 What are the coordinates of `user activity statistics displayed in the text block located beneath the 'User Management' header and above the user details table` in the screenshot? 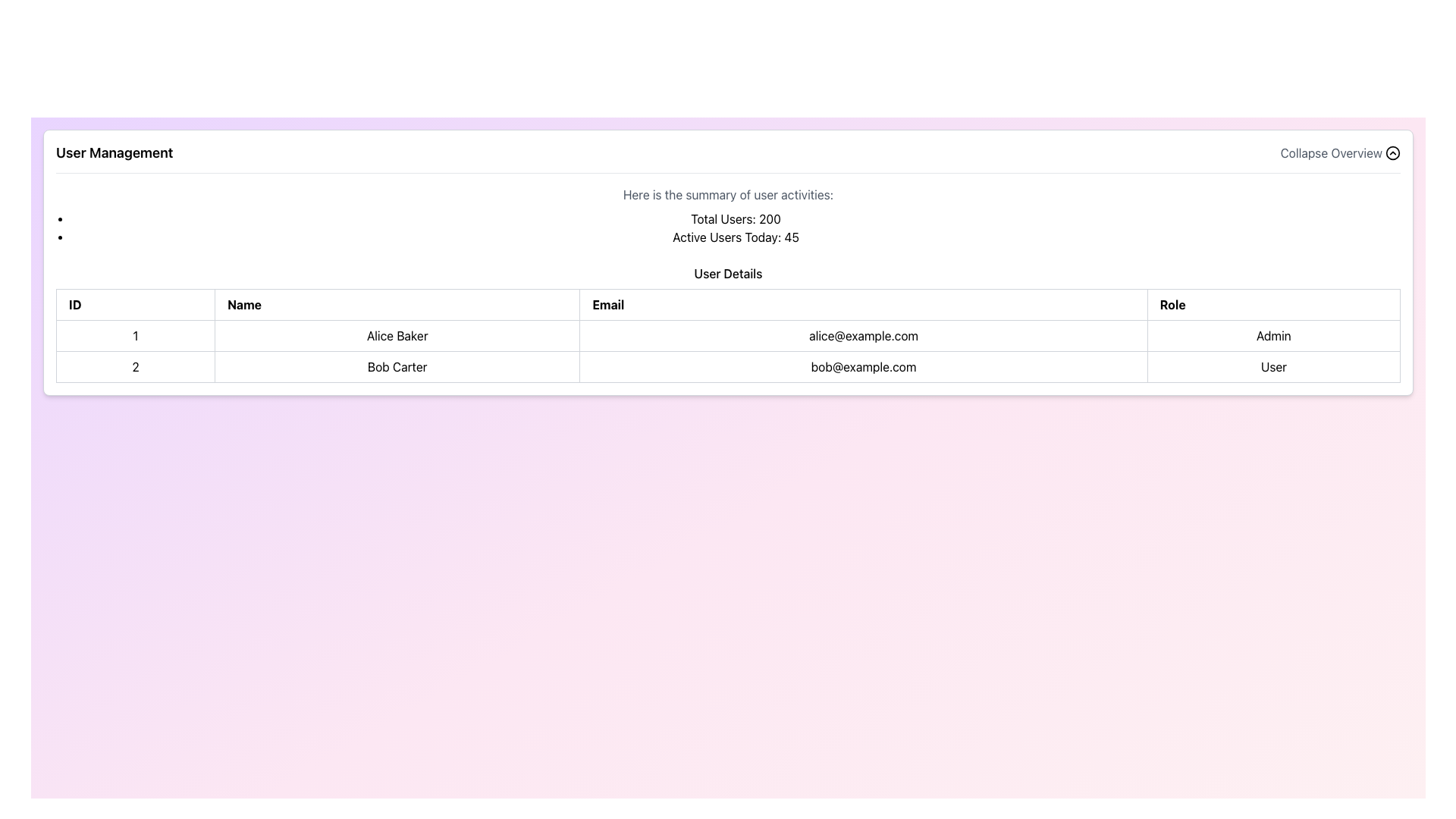 It's located at (728, 216).